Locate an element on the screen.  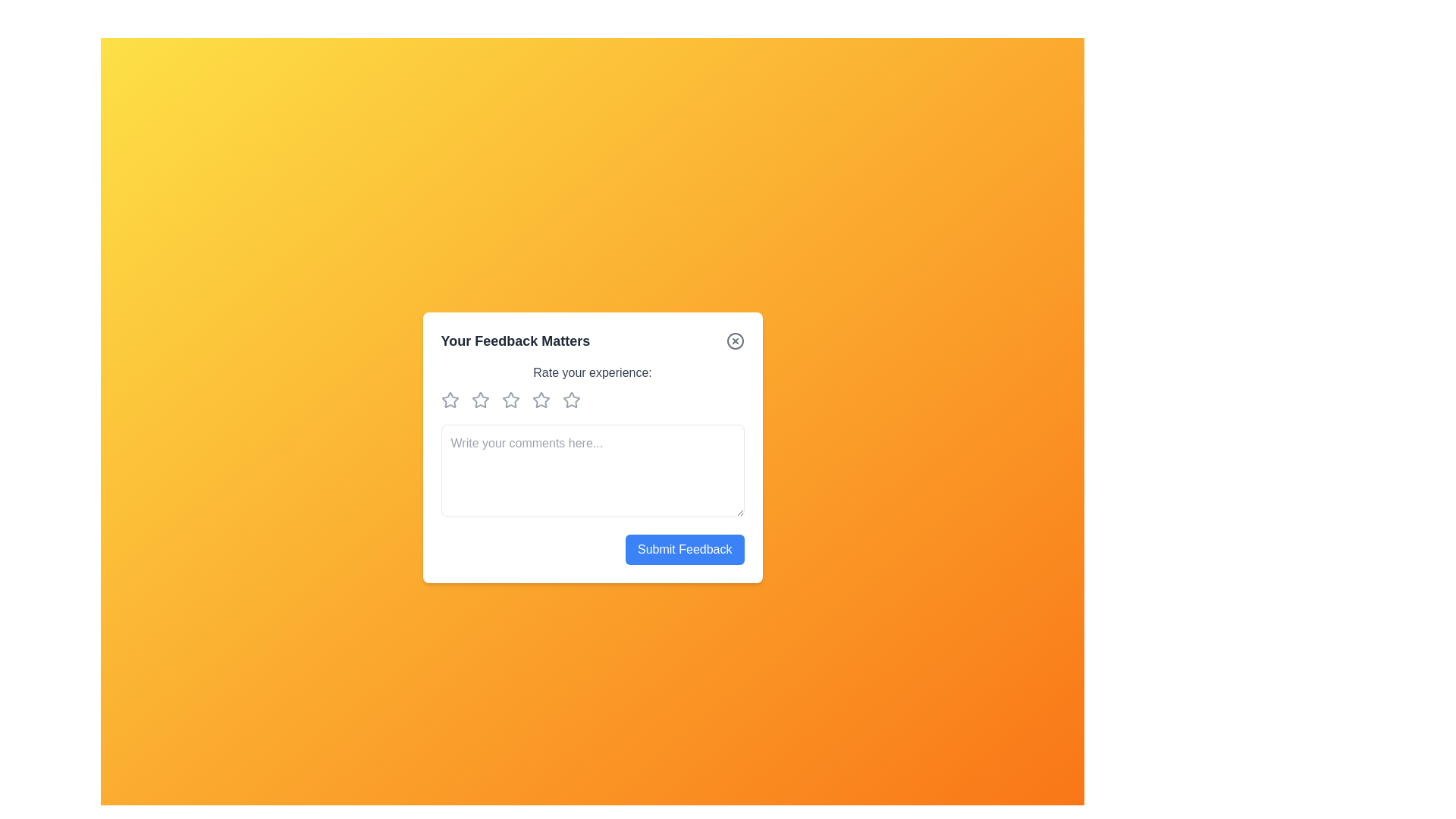
close button to close the dialog is located at coordinates (735, 340).